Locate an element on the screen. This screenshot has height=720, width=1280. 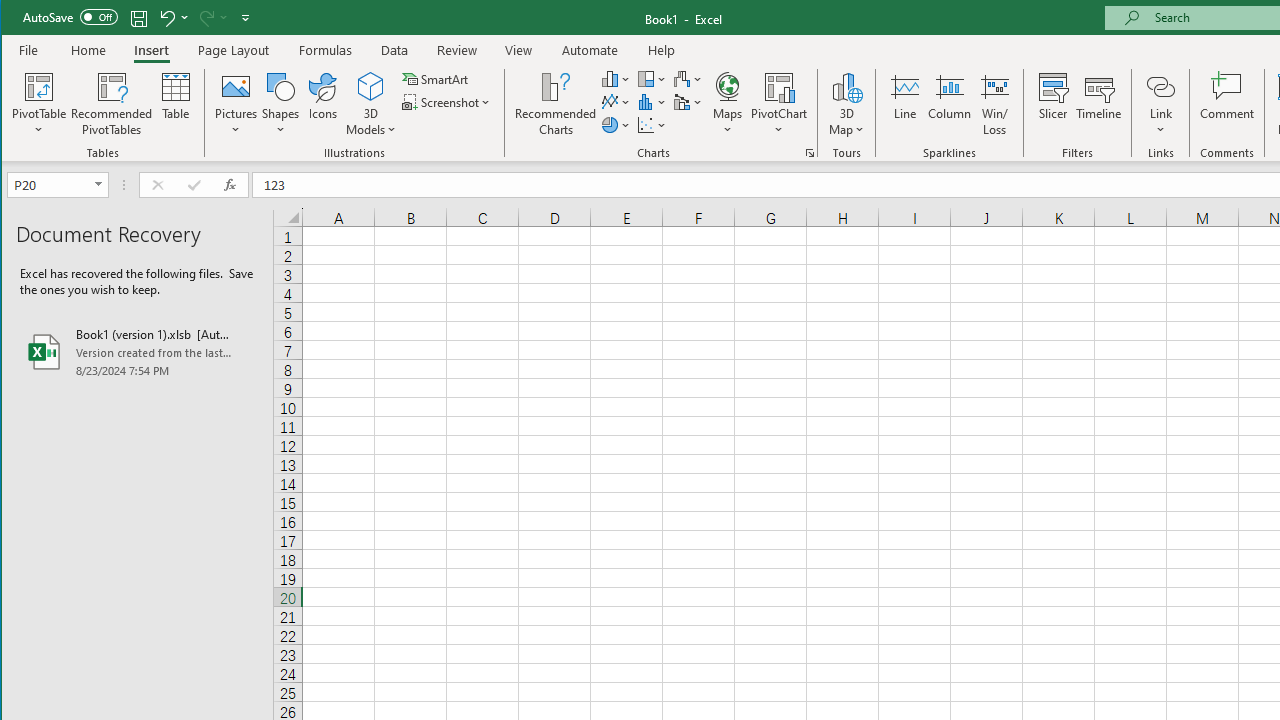
'Save' is located at coordinates (138, 17).